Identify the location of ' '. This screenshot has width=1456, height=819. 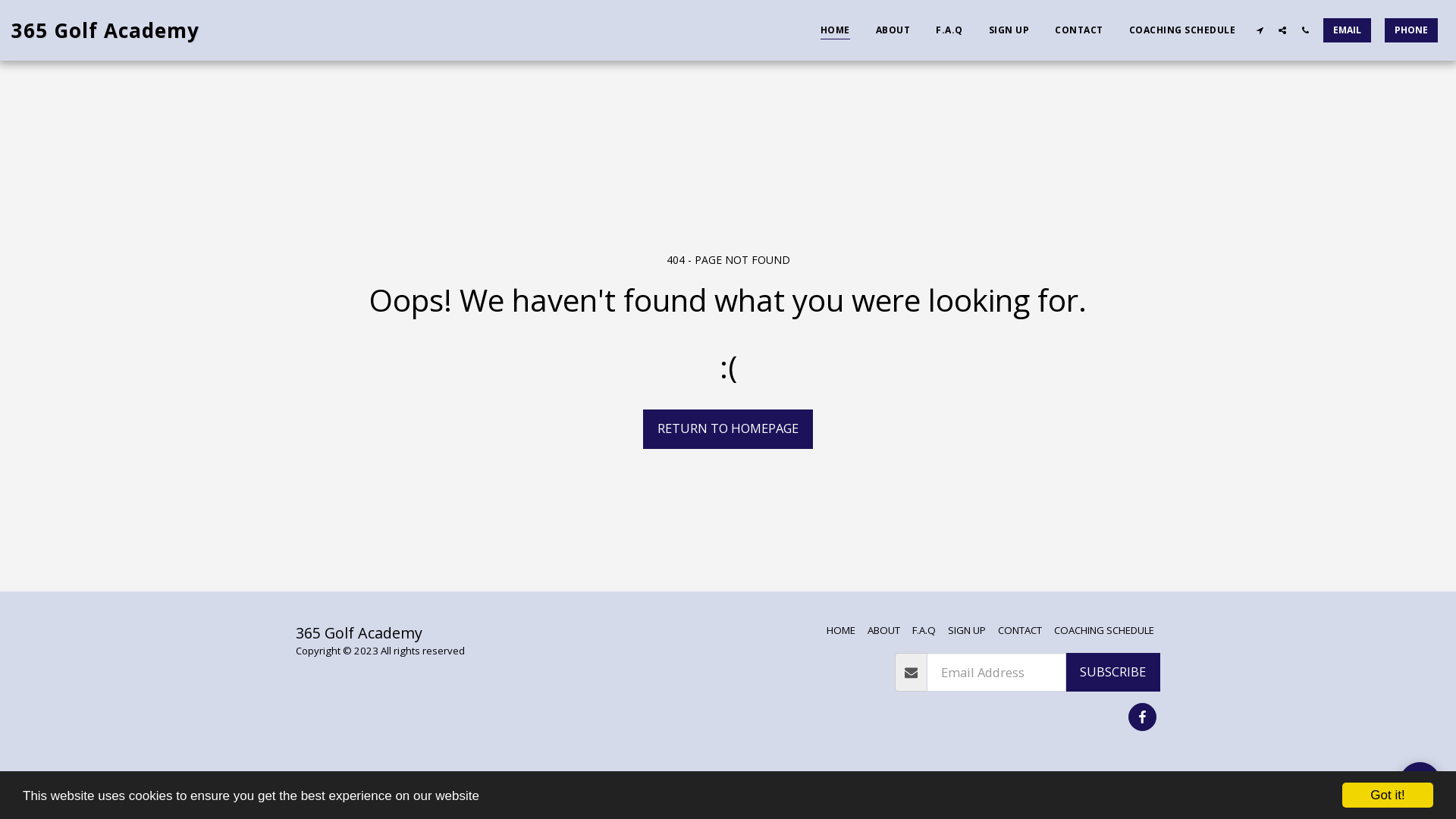
(1142, 717).